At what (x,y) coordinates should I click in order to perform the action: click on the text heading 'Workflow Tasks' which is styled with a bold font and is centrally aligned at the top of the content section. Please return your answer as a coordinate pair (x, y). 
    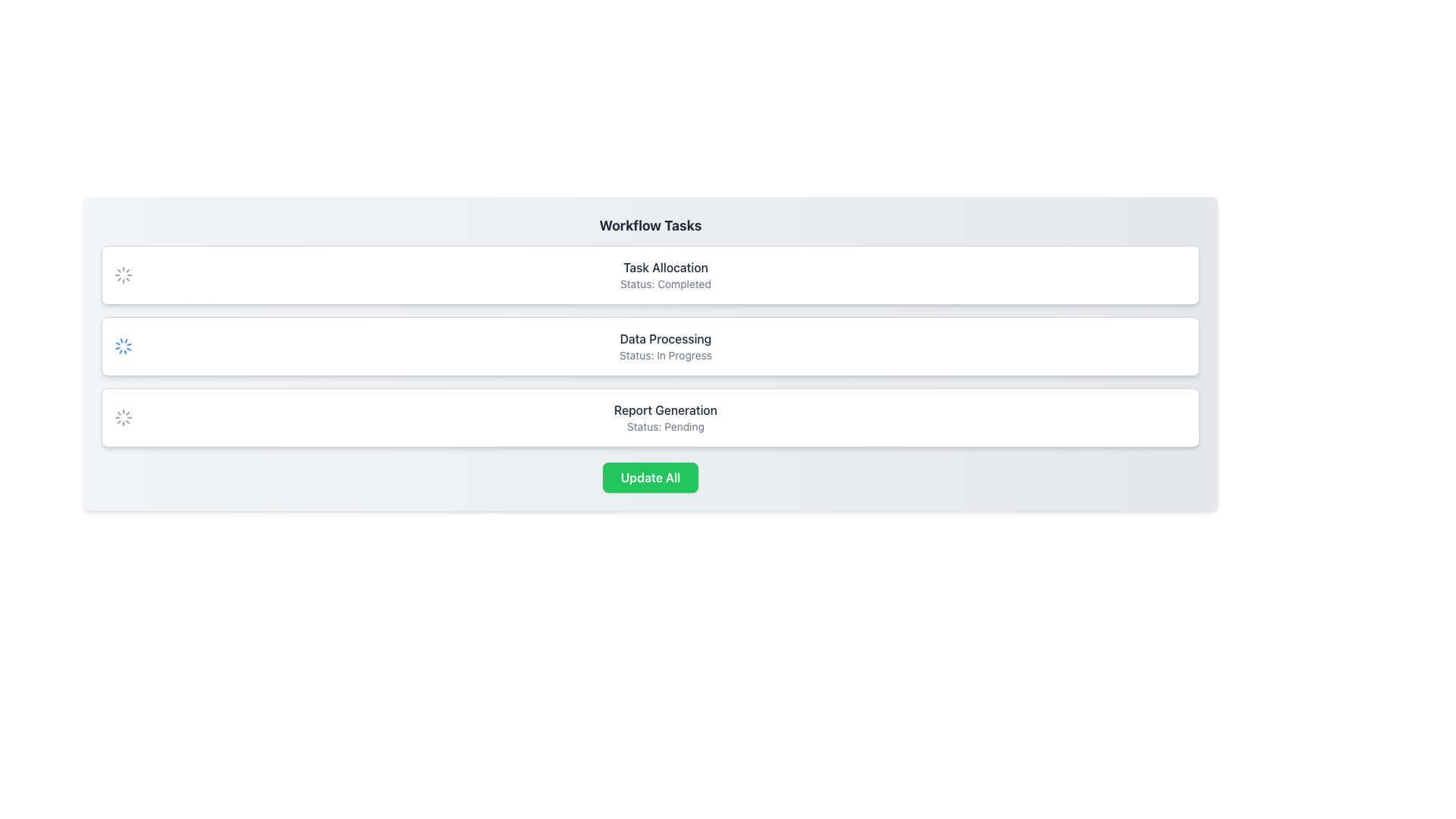
    Looking at the image, I should click on (651, 225).